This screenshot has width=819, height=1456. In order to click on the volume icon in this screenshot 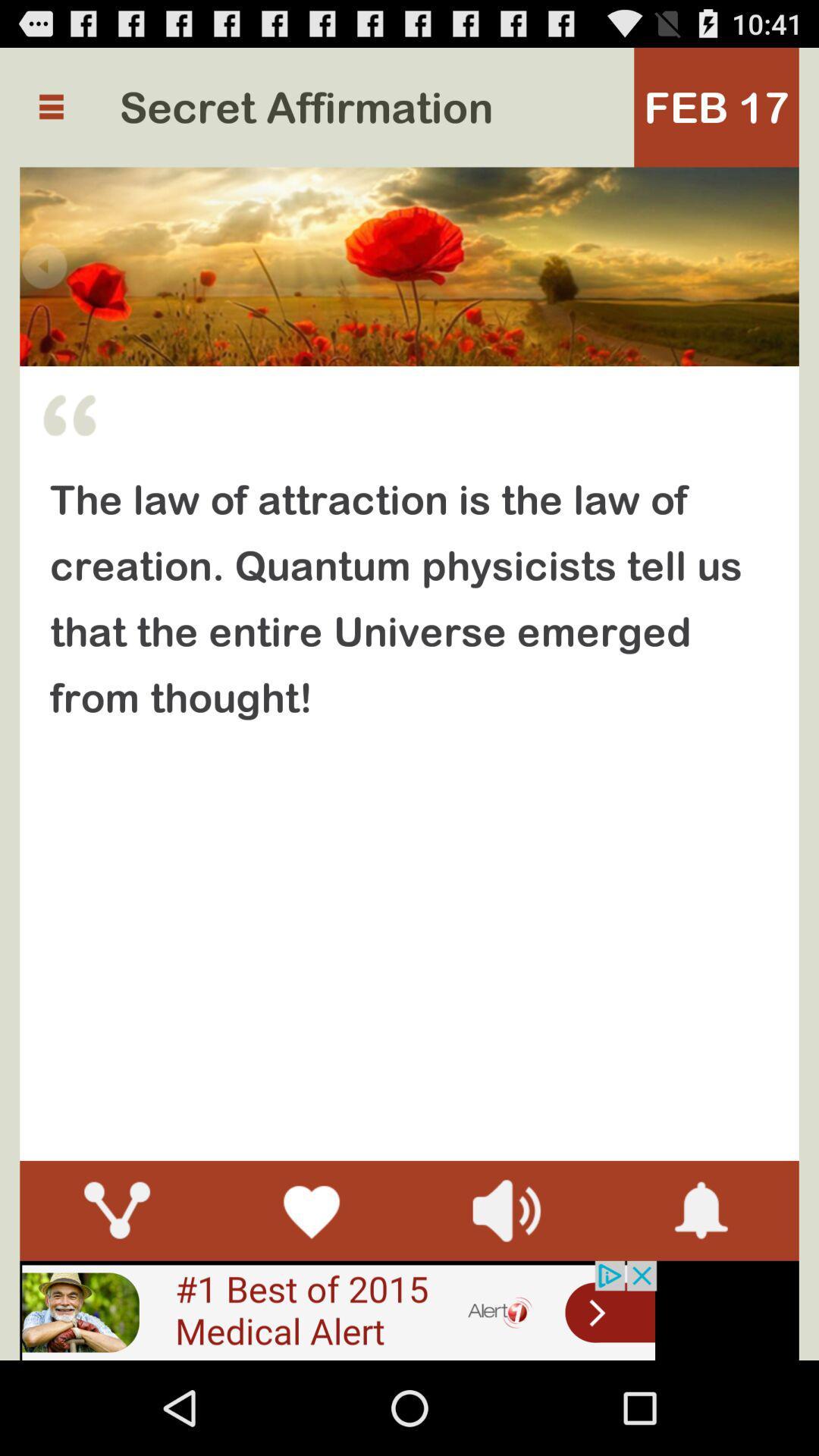, I will do `click(506, 1294)`.